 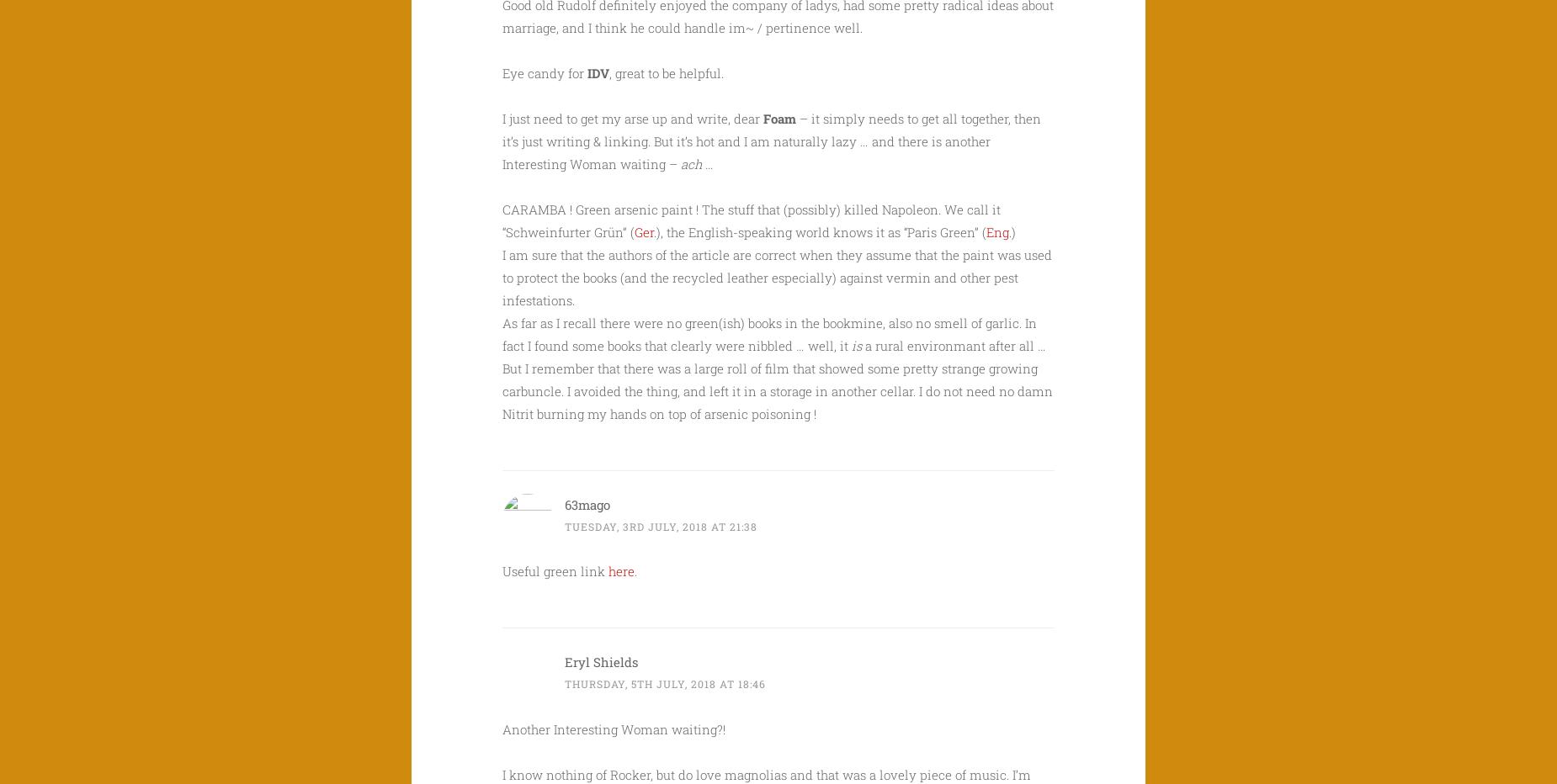 I want to click on 'IDV', so click(x=587, y=72).